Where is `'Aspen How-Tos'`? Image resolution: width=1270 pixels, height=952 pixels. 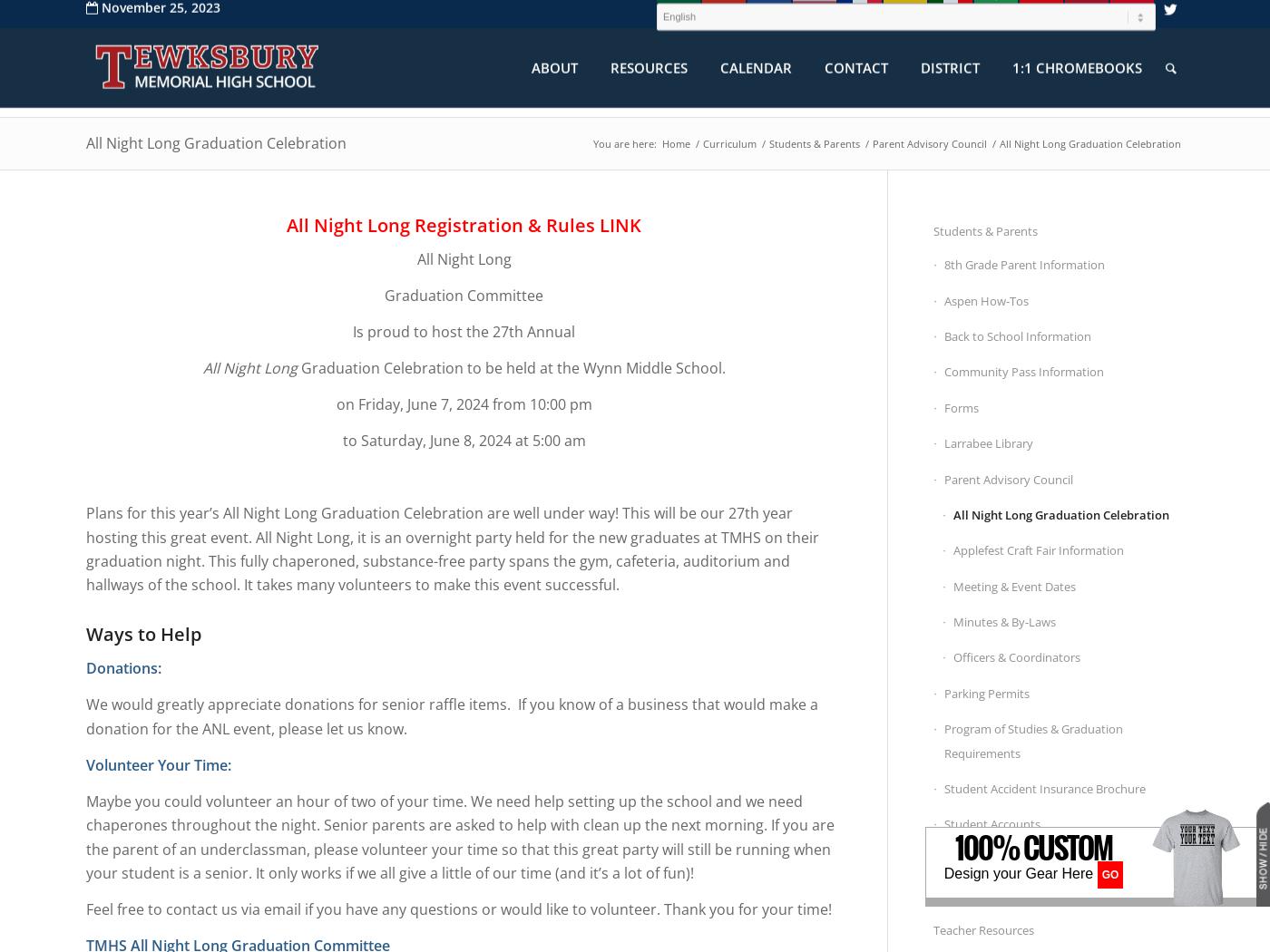 'Aspen How-Tos' is located at coordinates (986, 299).